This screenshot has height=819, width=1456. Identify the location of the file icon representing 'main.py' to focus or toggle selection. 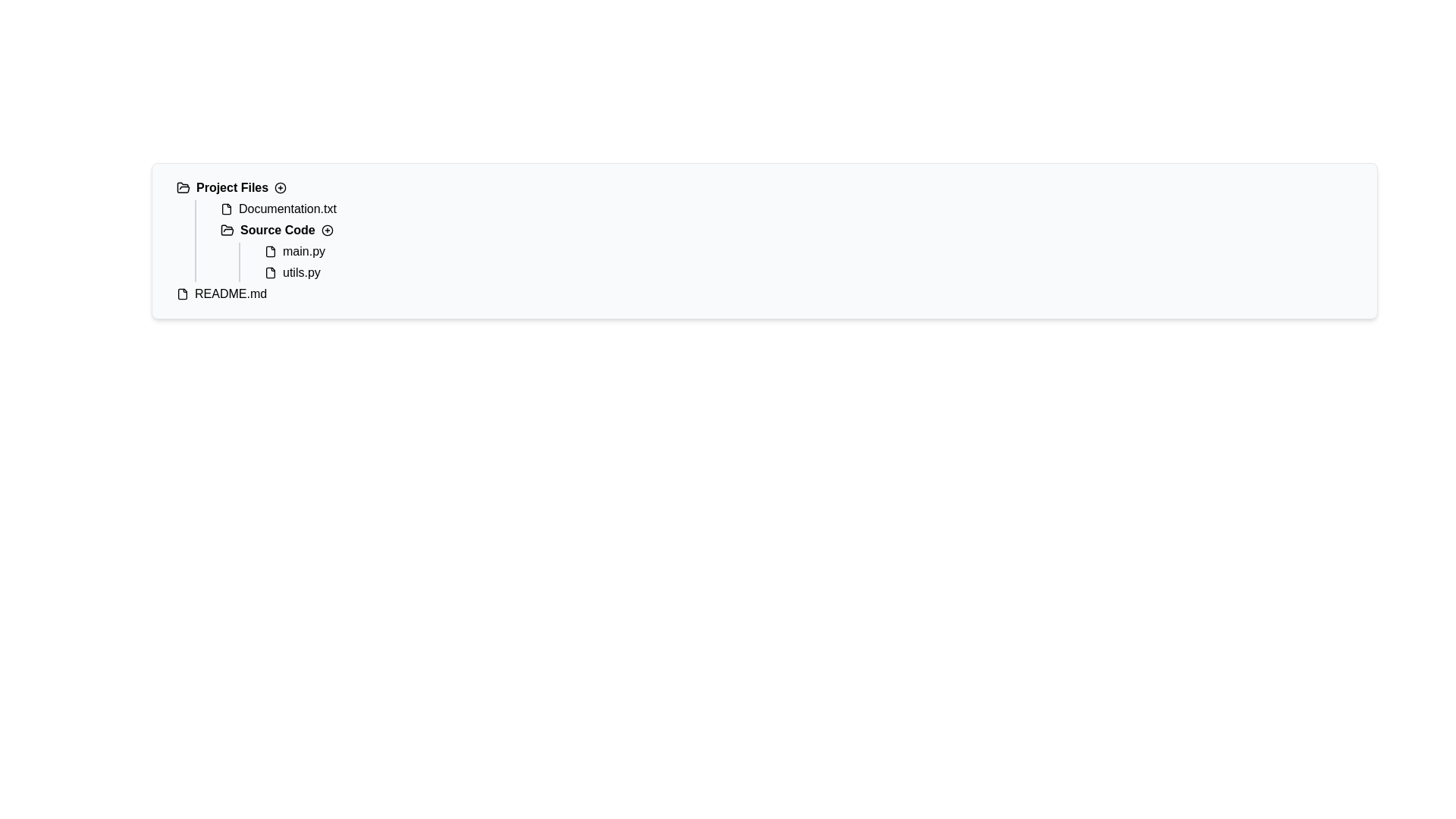
(270, 250).